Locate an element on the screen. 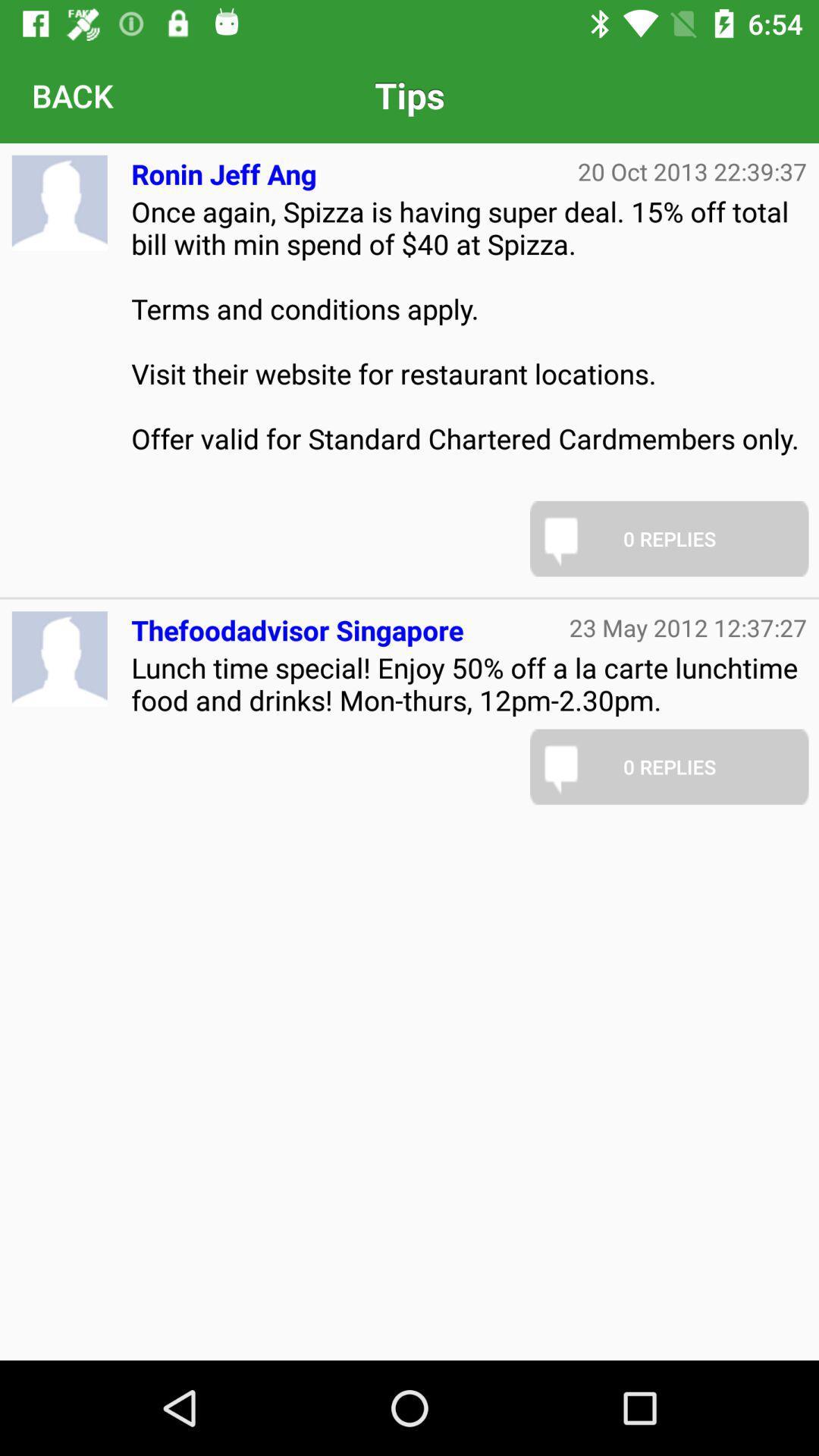 This screenshot has height=1456, width=819. item above lunch time special item is located at coordinates (297, 624).